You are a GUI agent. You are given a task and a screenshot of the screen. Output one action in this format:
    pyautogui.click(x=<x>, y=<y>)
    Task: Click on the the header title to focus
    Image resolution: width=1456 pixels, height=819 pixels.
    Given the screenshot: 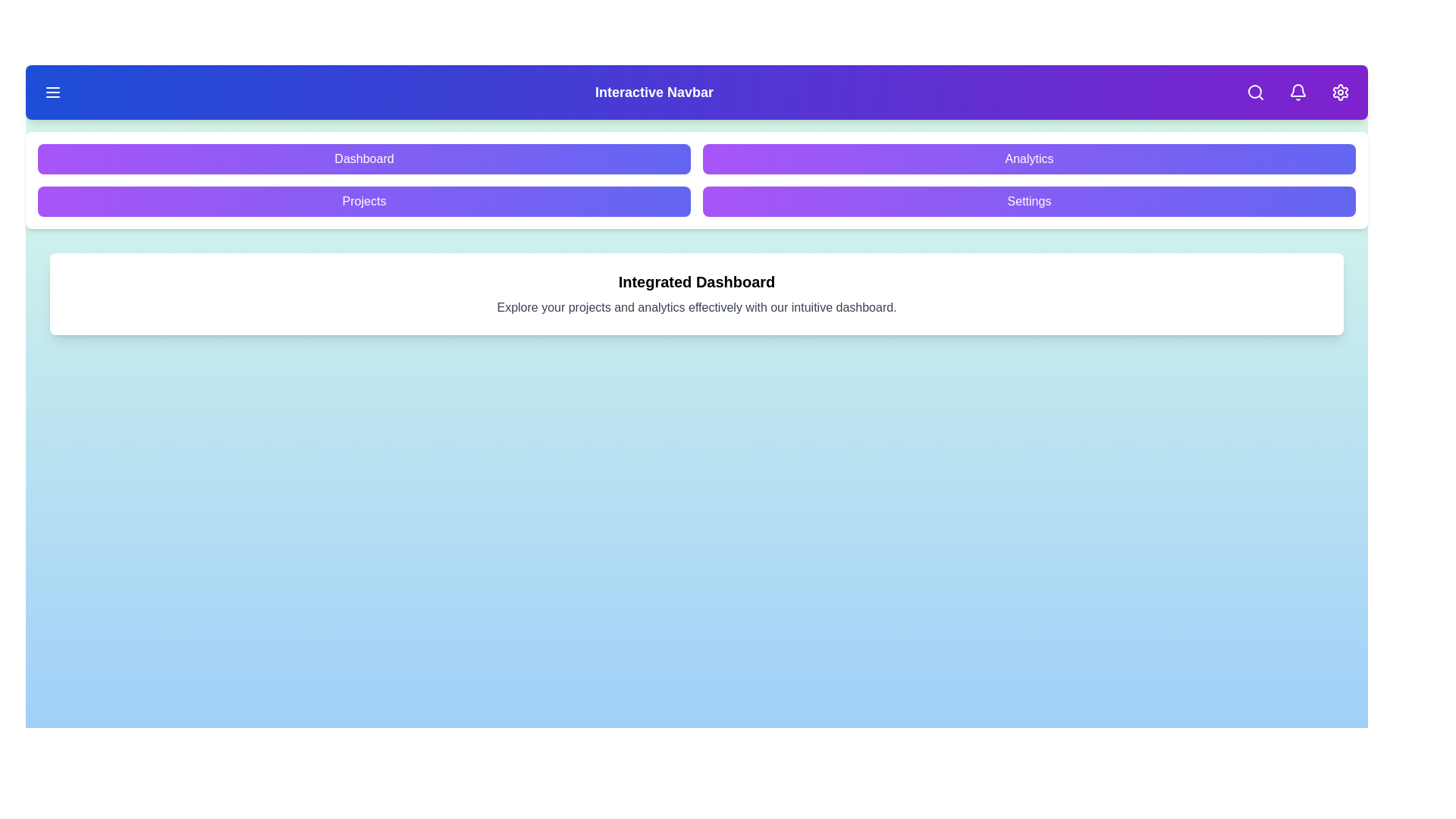 What is the action you would take?
    pyautogui.click(x=654, y=93)
    